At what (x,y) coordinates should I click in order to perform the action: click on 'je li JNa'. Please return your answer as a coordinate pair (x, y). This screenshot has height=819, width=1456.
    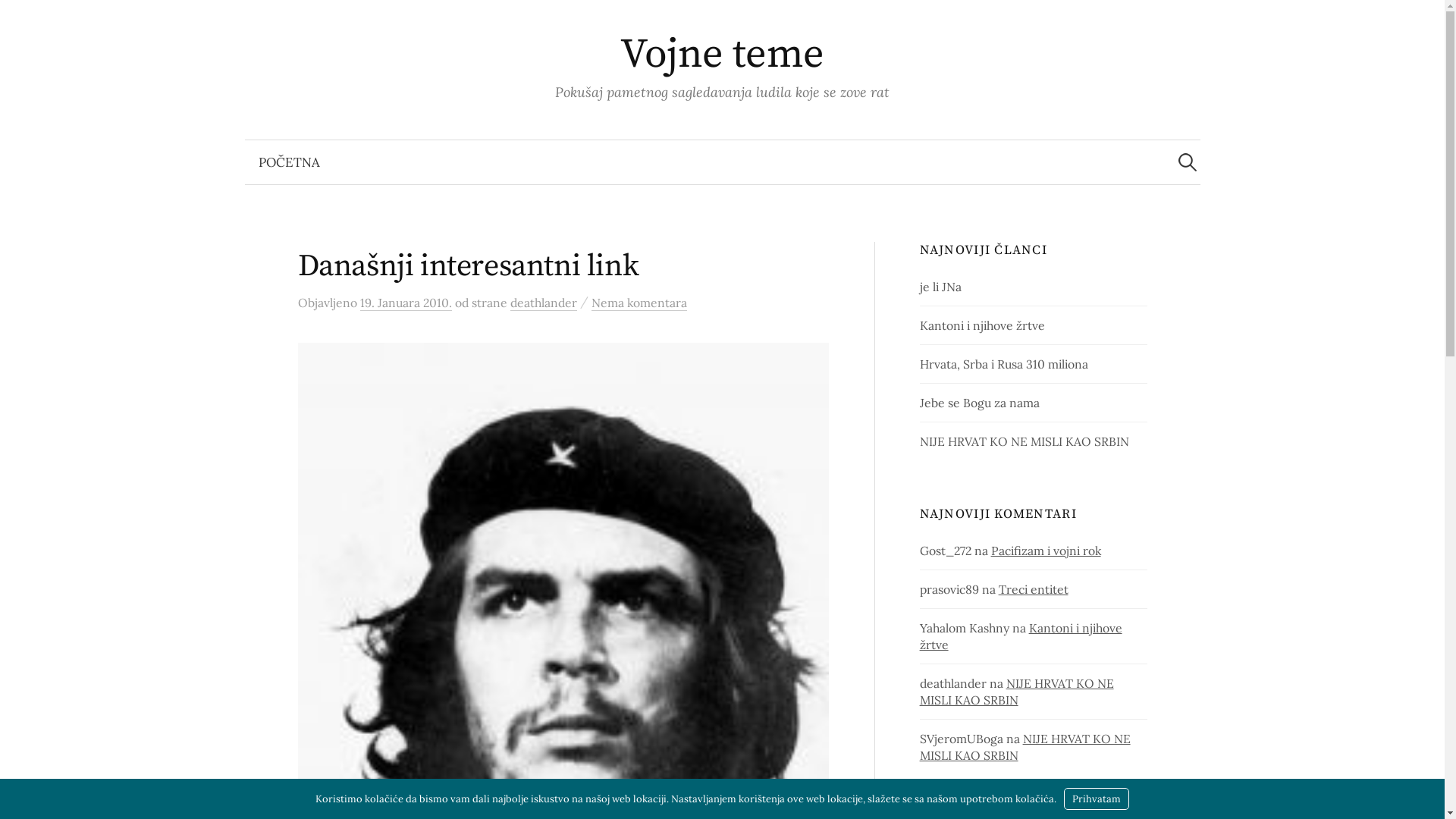
    Looking at the image, I should click on (940, 287).